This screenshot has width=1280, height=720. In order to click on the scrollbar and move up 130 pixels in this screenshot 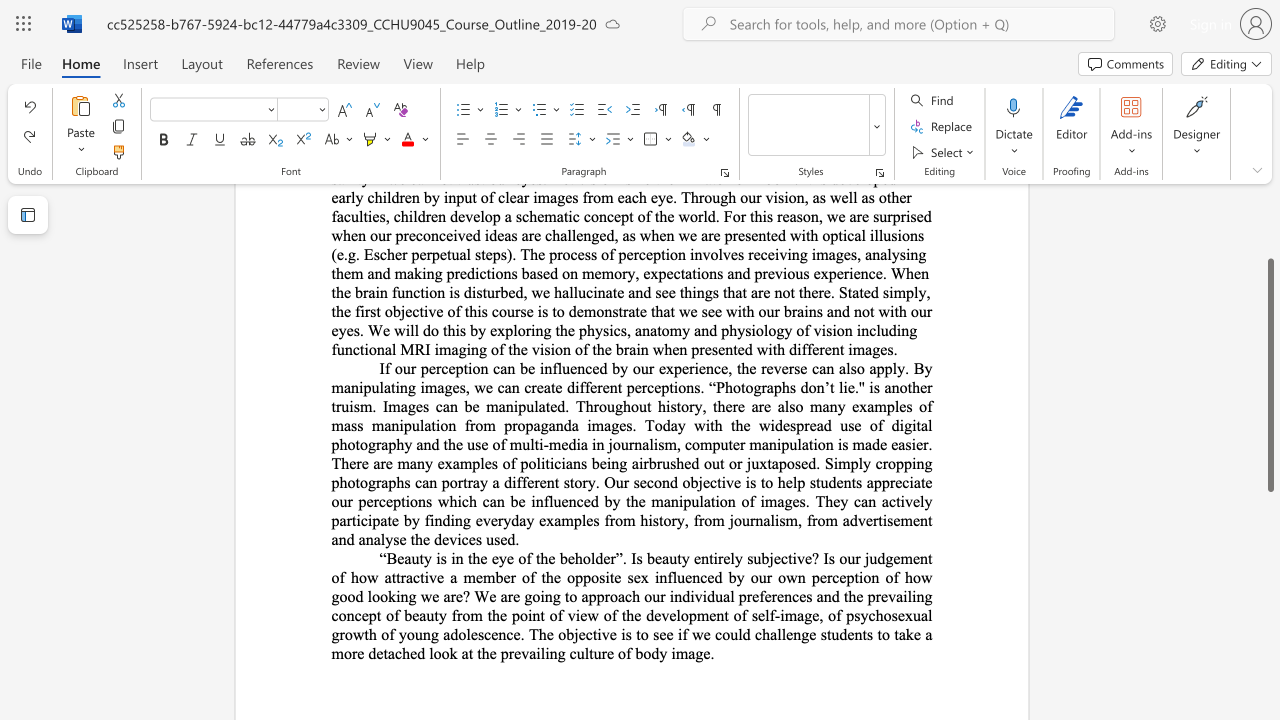, I will do `click(1269, 375)`.